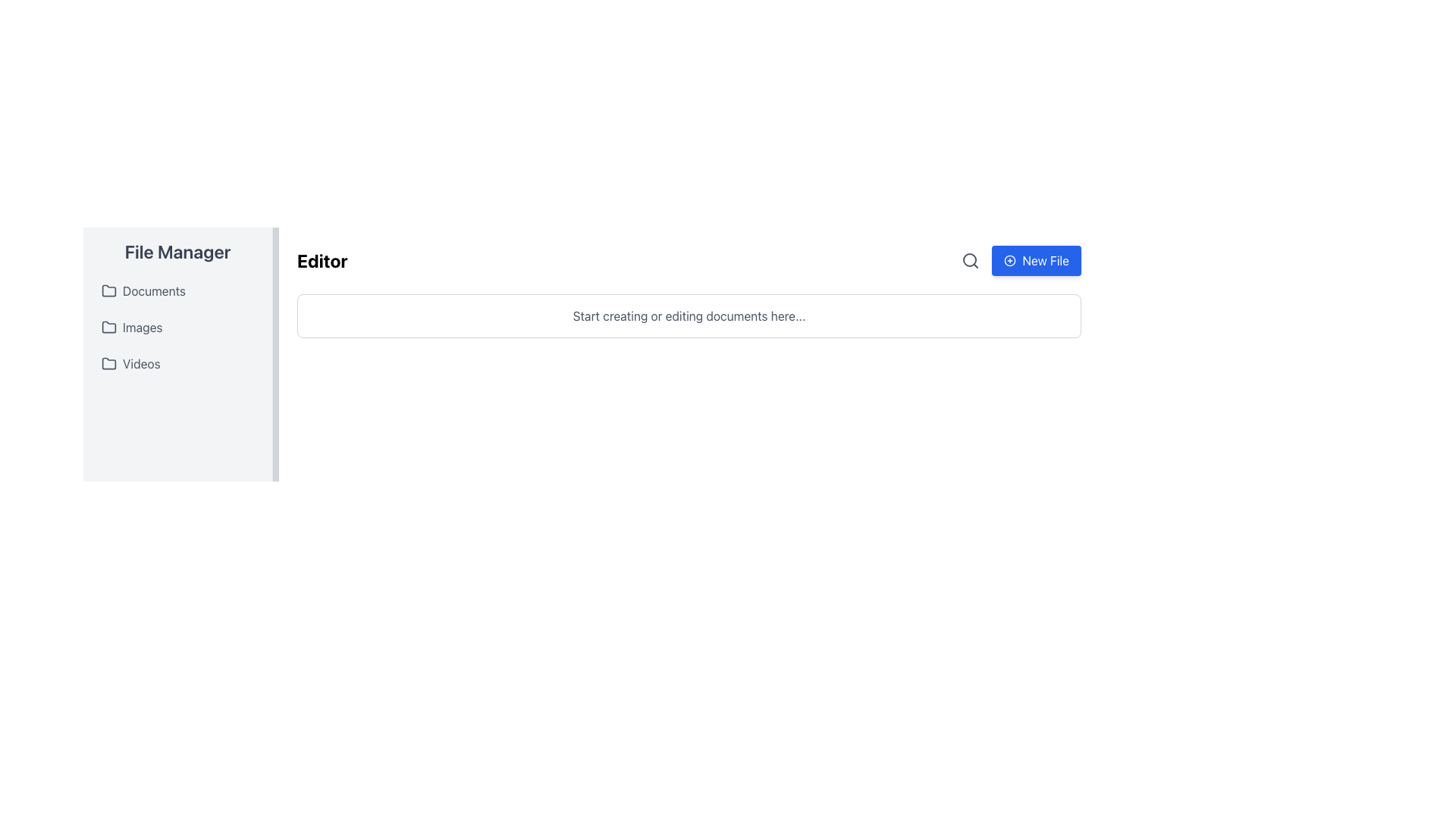  What do you see at coordinates (108, 326) in the screenshot?
I see `the folder icon in the vertical navigation menu under 'File Manager'` at bounding box center [108, 326].